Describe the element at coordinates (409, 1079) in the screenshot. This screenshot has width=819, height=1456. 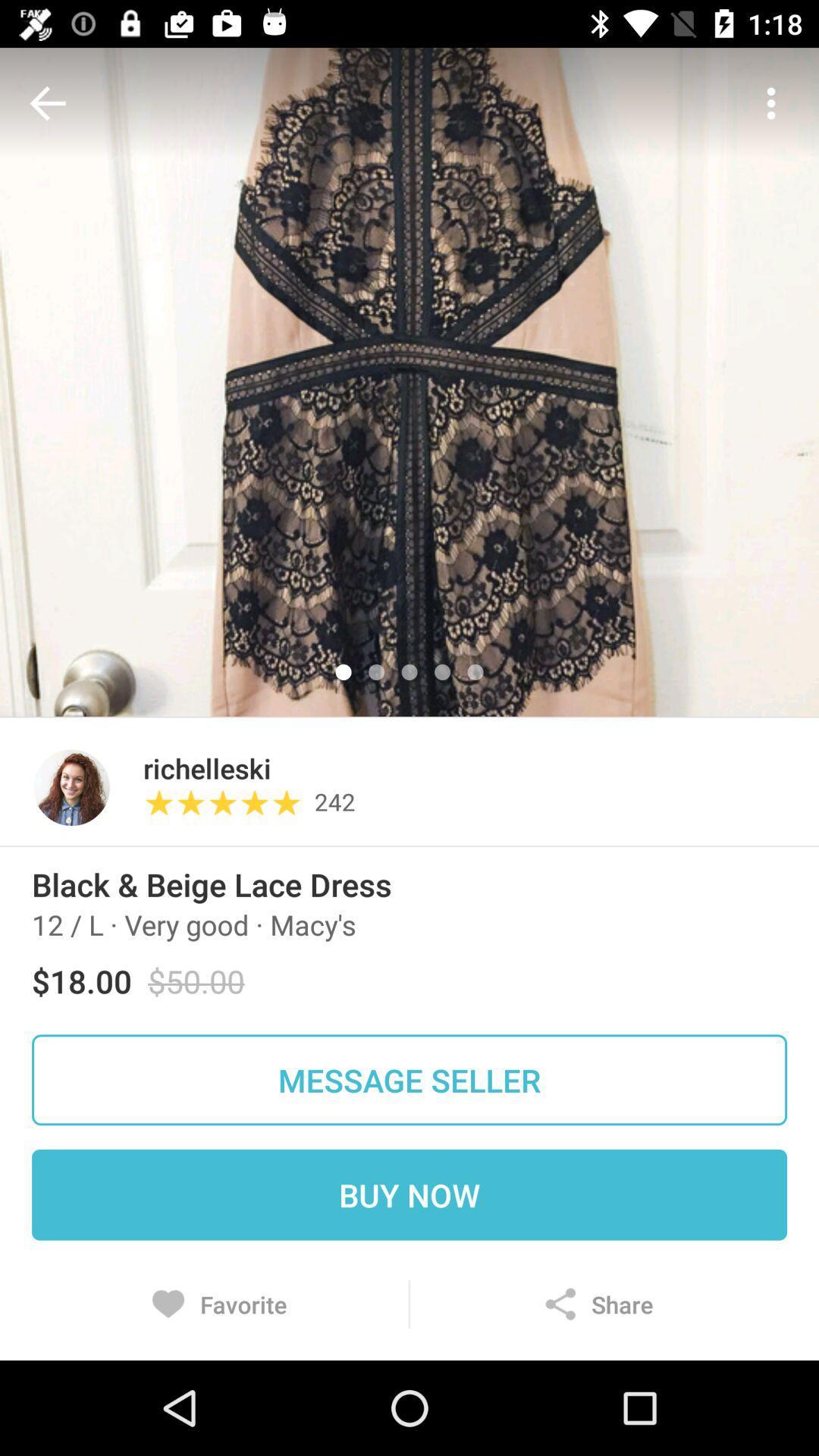
I see `the message seller` at that location.